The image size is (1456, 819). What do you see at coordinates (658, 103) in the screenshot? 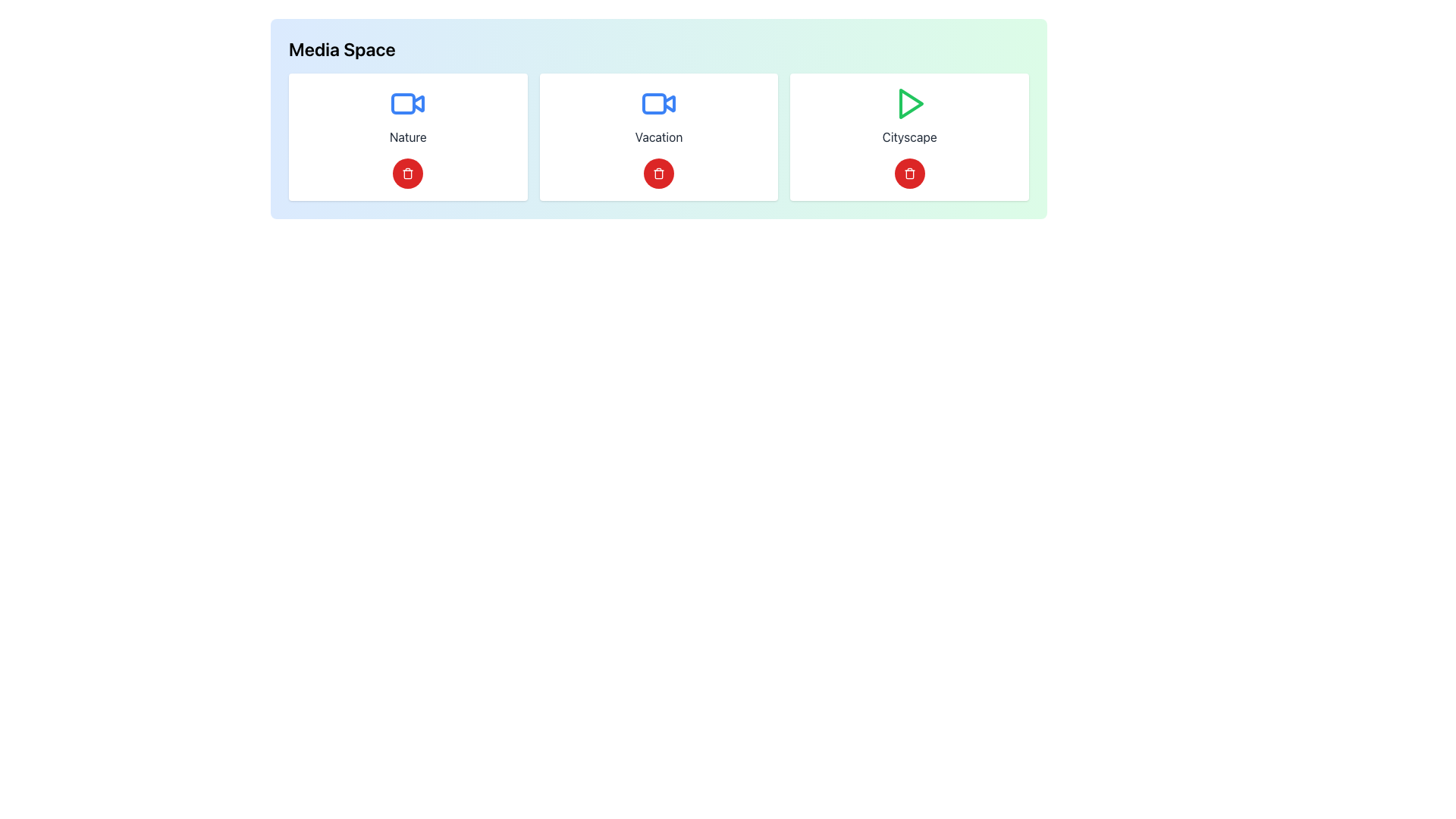
I see `the blue-colored video camera icon located at the top-center of the 'Vacation' card, which features a simplistic design with rounded edges` at bounding box center [658, 103].